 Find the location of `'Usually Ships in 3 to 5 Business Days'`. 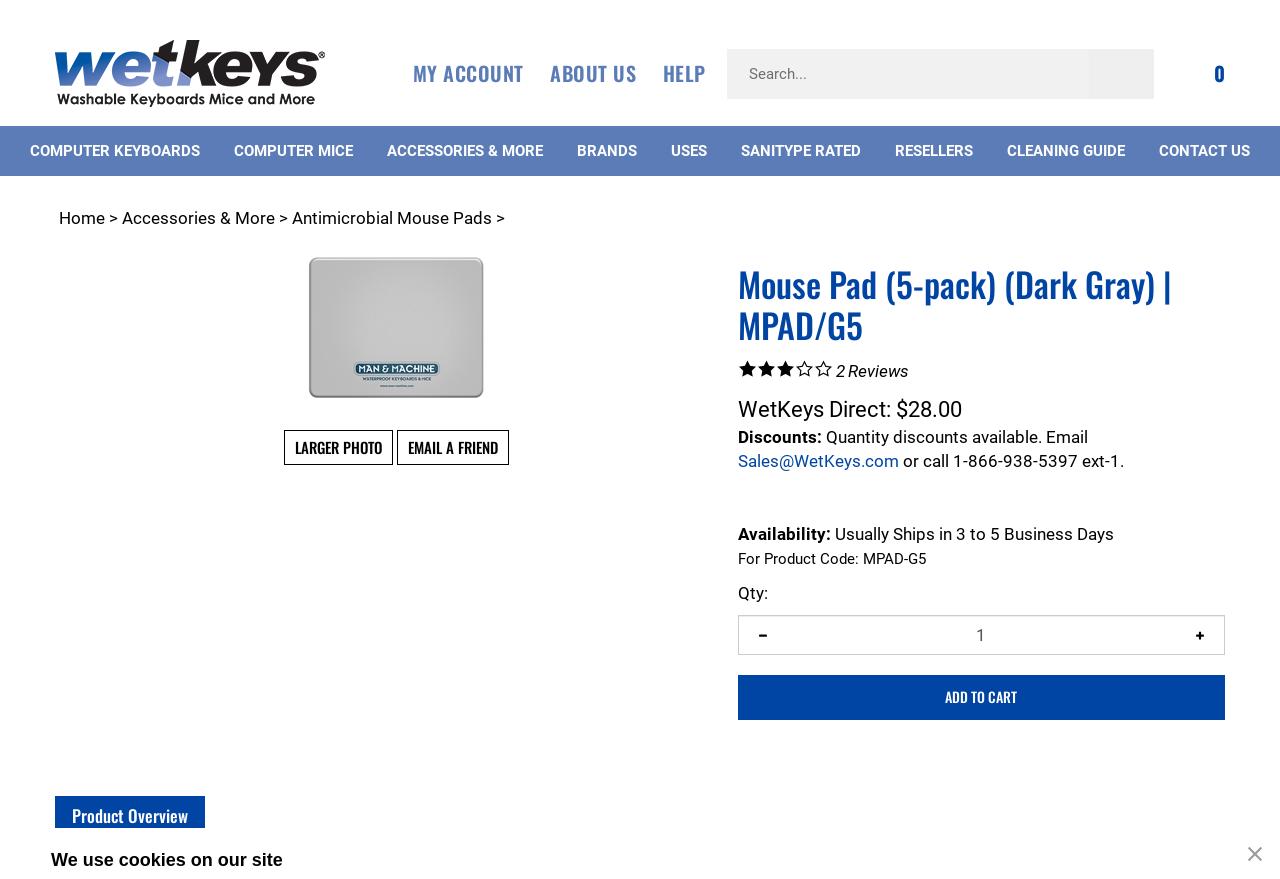

'Usually Ships in 3 to 5 Business Days' is located at coordinates (971, 533).